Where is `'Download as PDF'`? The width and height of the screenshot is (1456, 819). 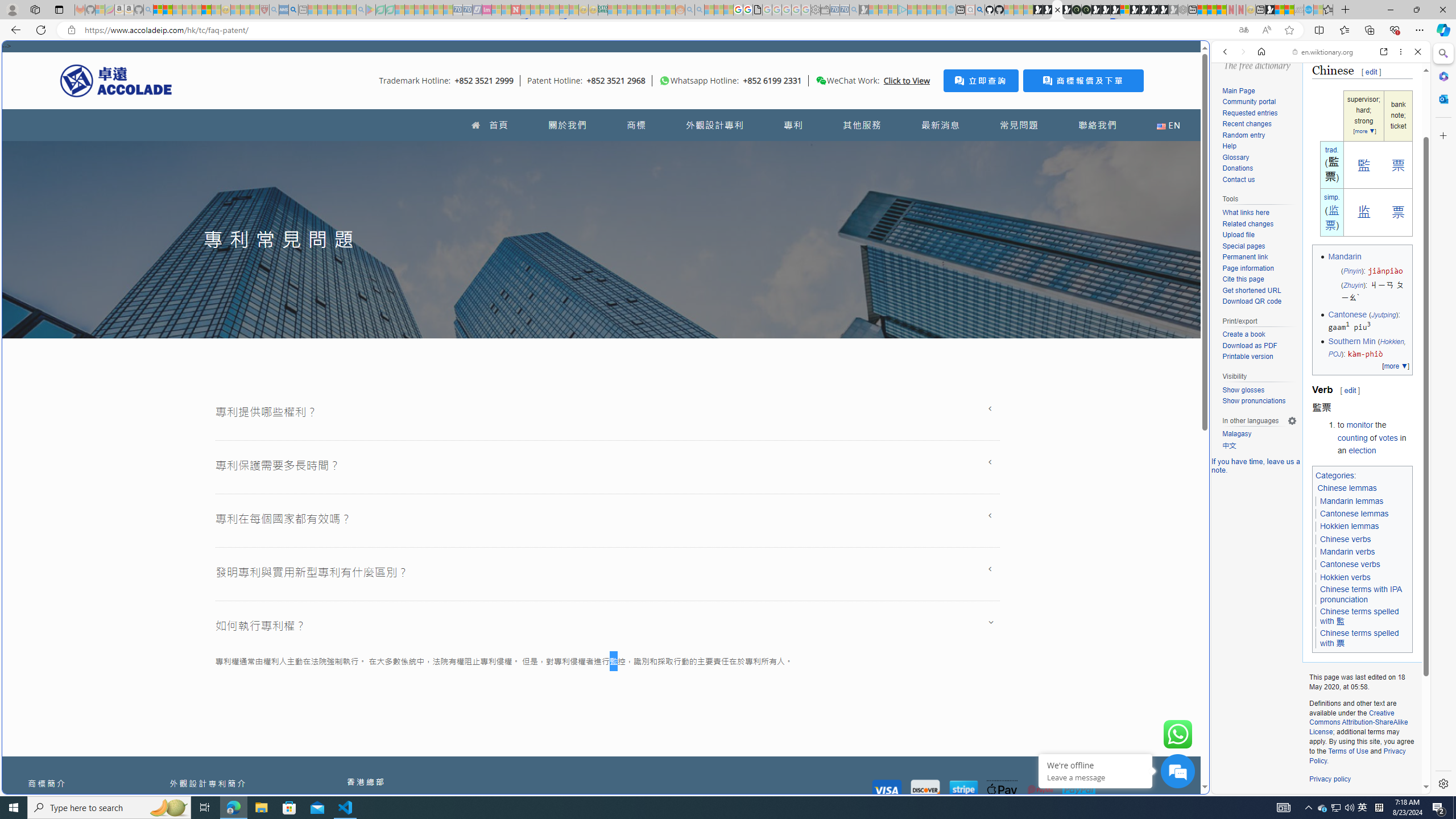 'Download as PDF' is located at coordinates (1259, 346).